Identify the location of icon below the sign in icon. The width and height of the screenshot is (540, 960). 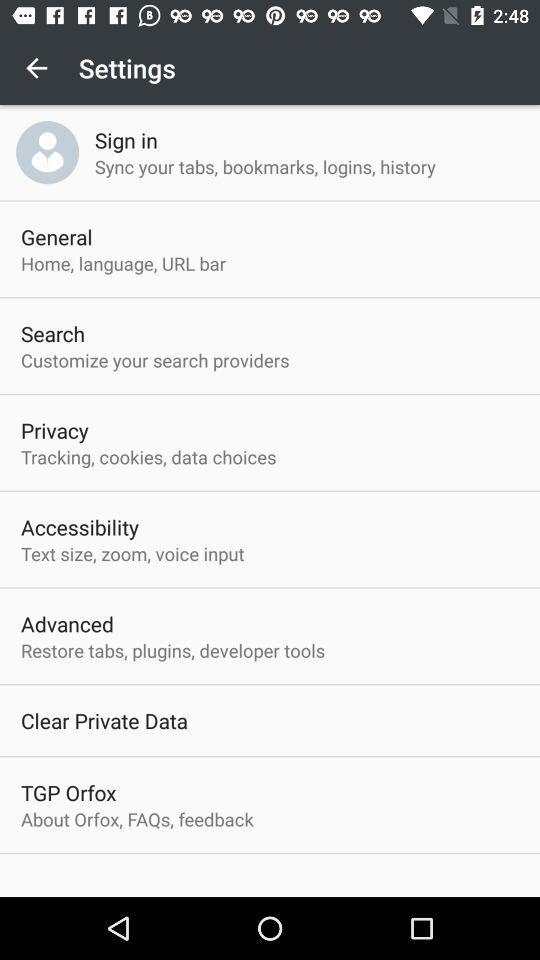
(265, 165).